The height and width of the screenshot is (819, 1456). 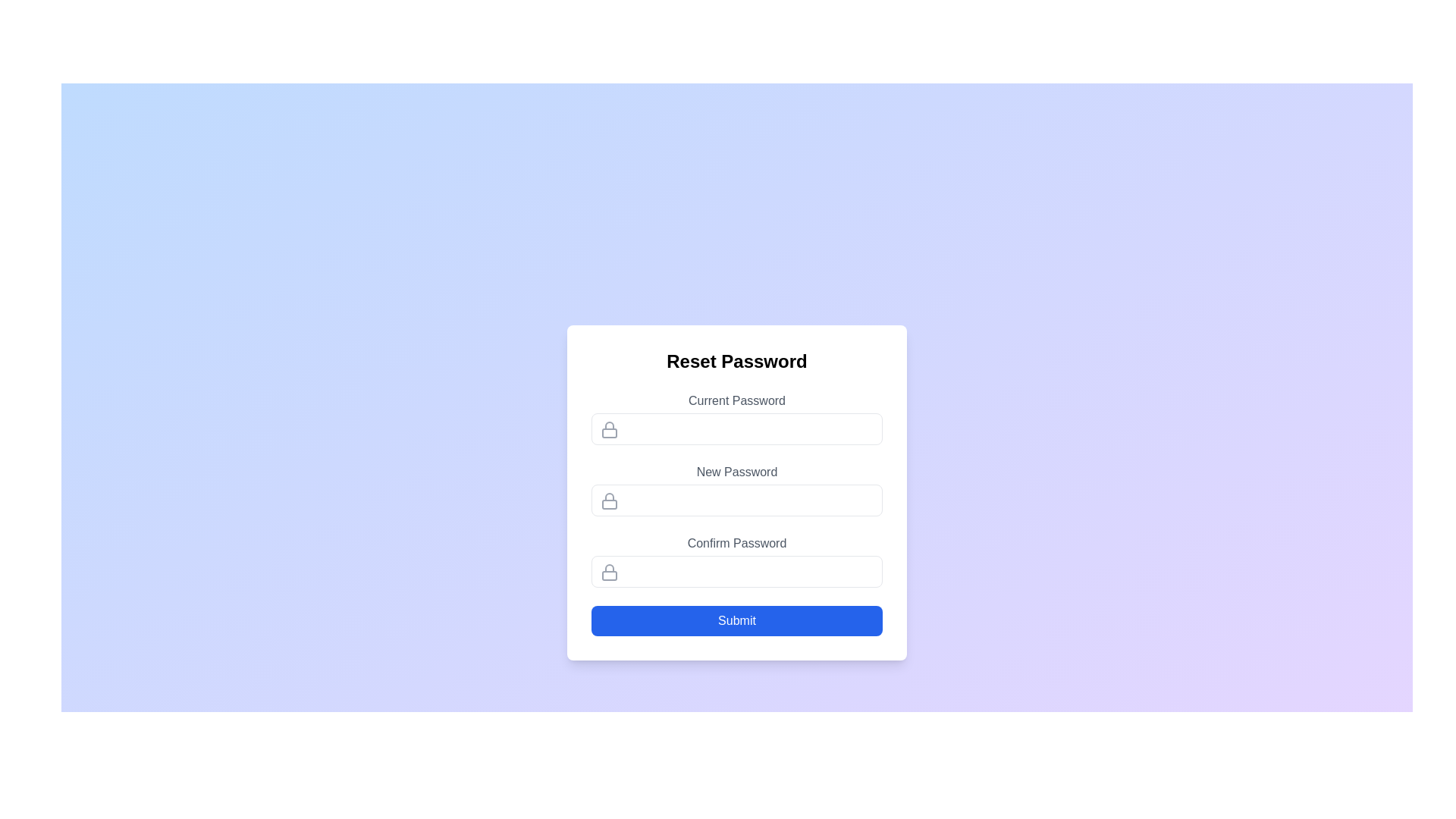 What do you see at coordinates (610, 504) in the screenshot?
I see `the lower portion of the lock icon representing the body of a lock, which signifies security functionality, located near the 'New Password' input field` at bounding box center [610, 504].